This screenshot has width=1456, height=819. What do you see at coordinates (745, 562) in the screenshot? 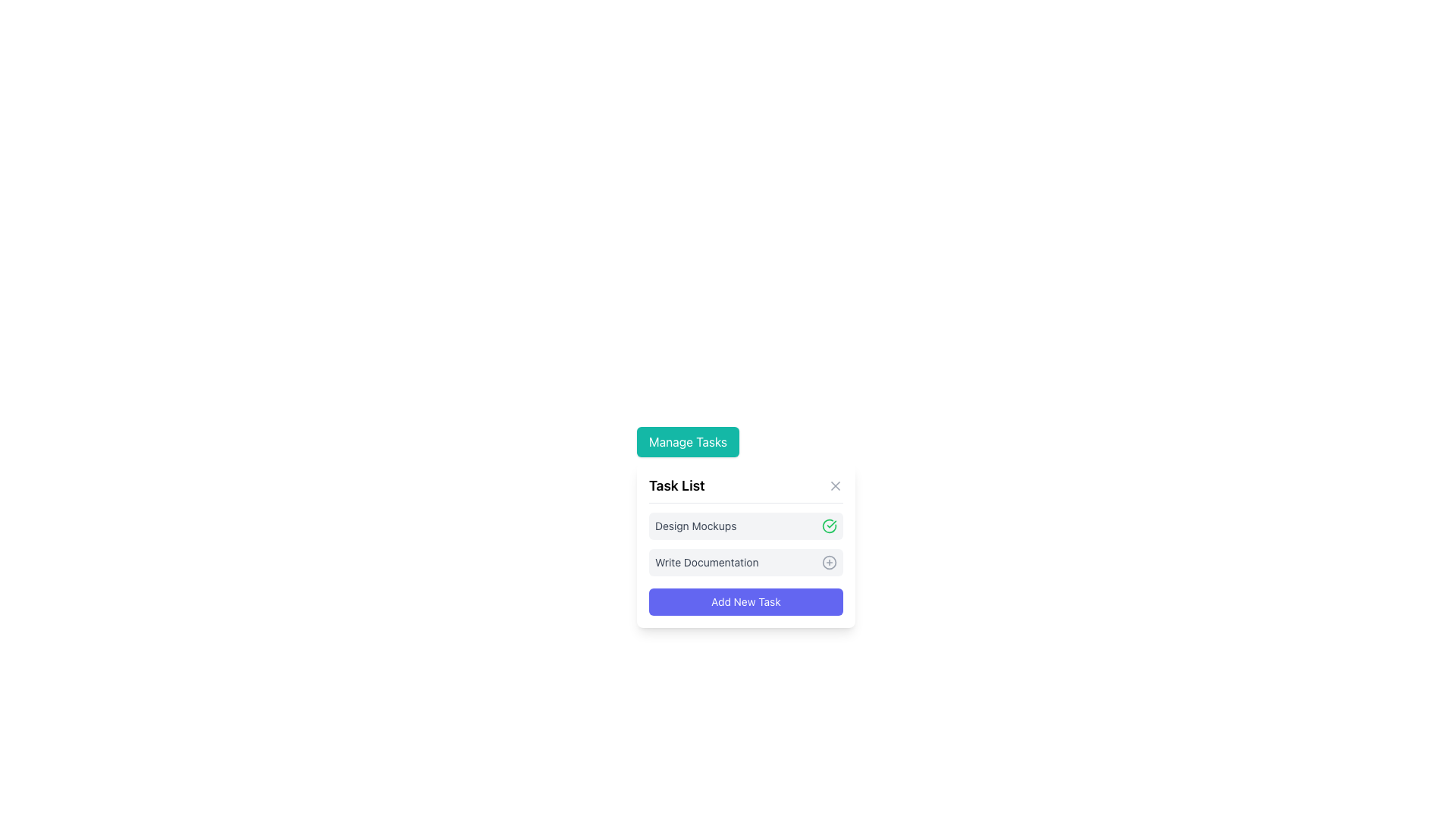
I see `the 'Write Documentation' task list item` at bounding box center [745, 562].